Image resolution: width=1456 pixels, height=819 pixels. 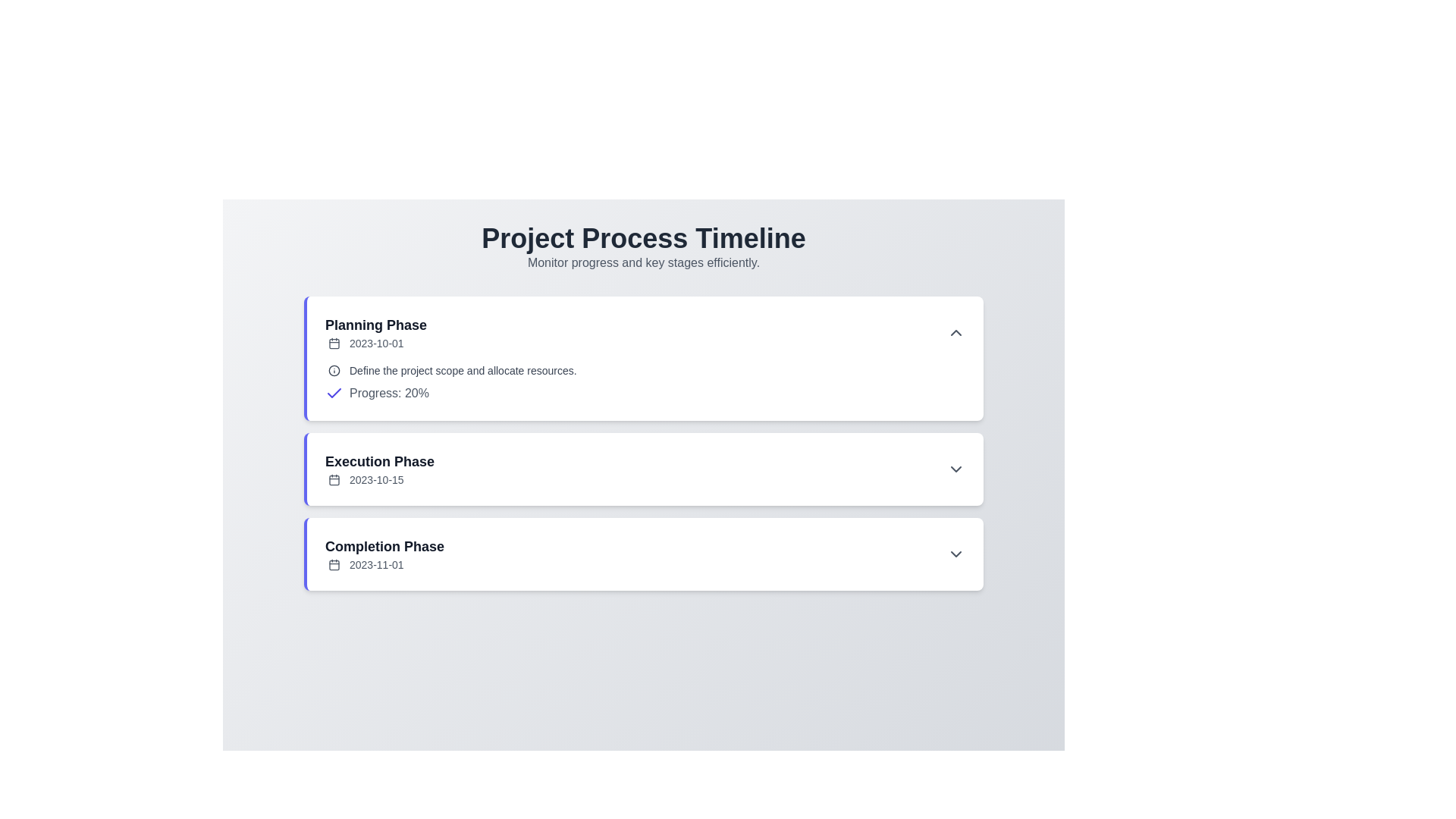 What do you see at coordinates (334, 371) in the screenshot?
I see `the icon located in the 'Planning Phase' section of the timeline interface` at bounding box center [334, 371].